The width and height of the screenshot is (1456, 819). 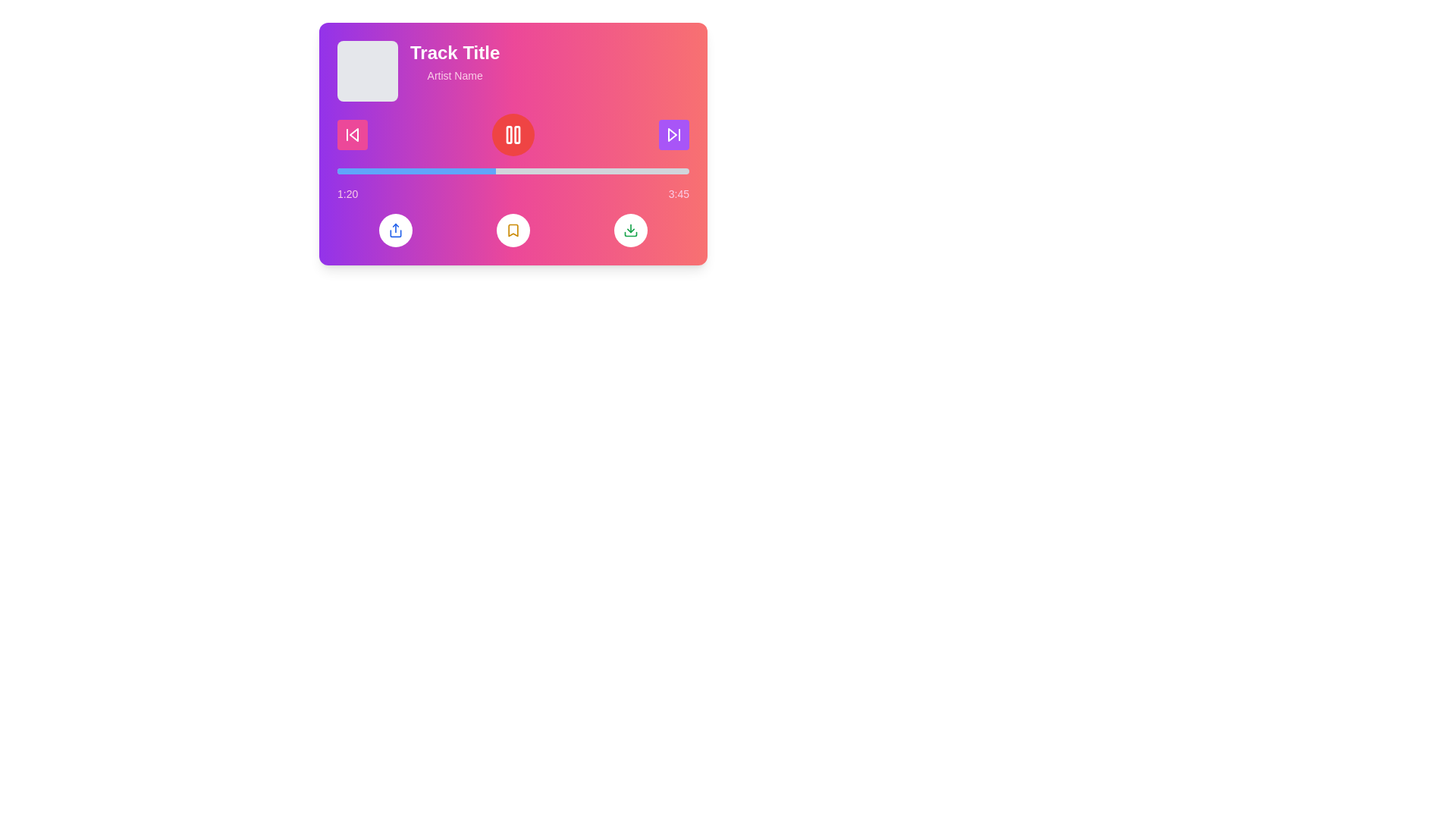 I want to click on the informational text block that displays 'Track Title' in large white bold font and 'Artist Name' in smaller light pink font, located centrally at the top of the interface, so click(x=454, y=71).